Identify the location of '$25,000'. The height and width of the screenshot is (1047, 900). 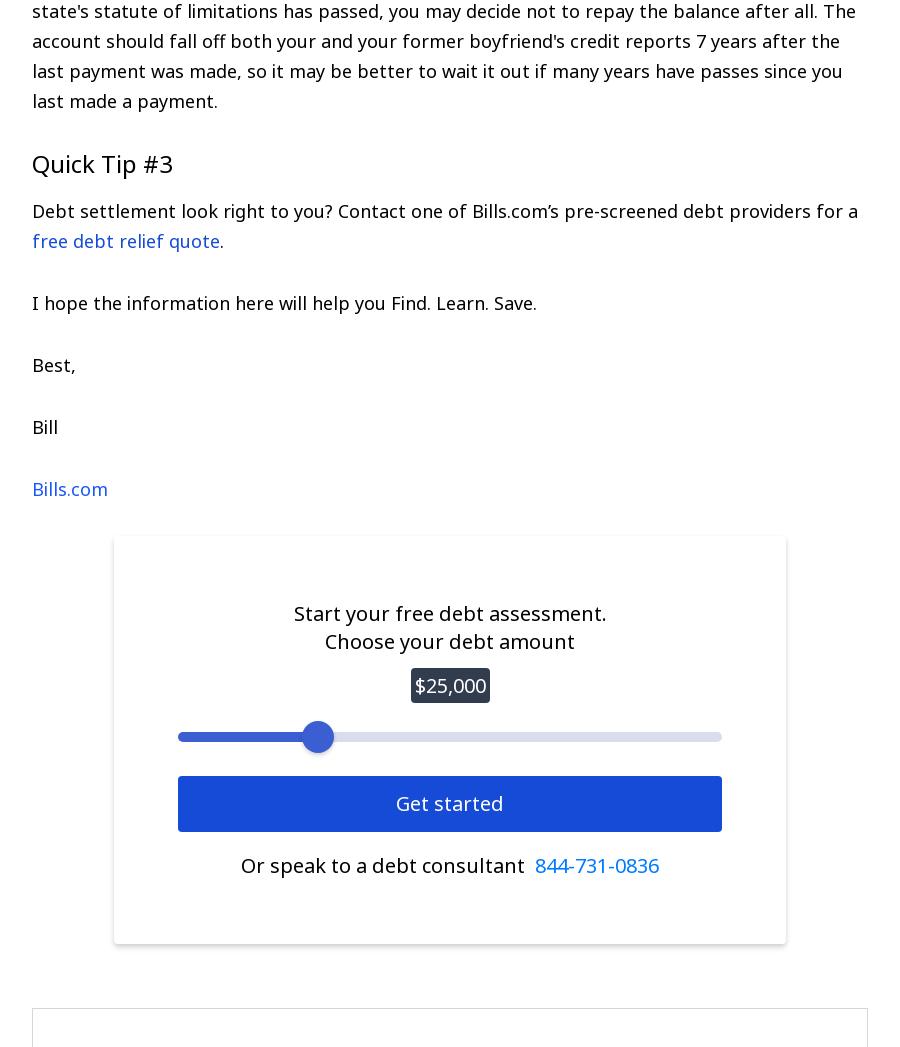
(449, 684).